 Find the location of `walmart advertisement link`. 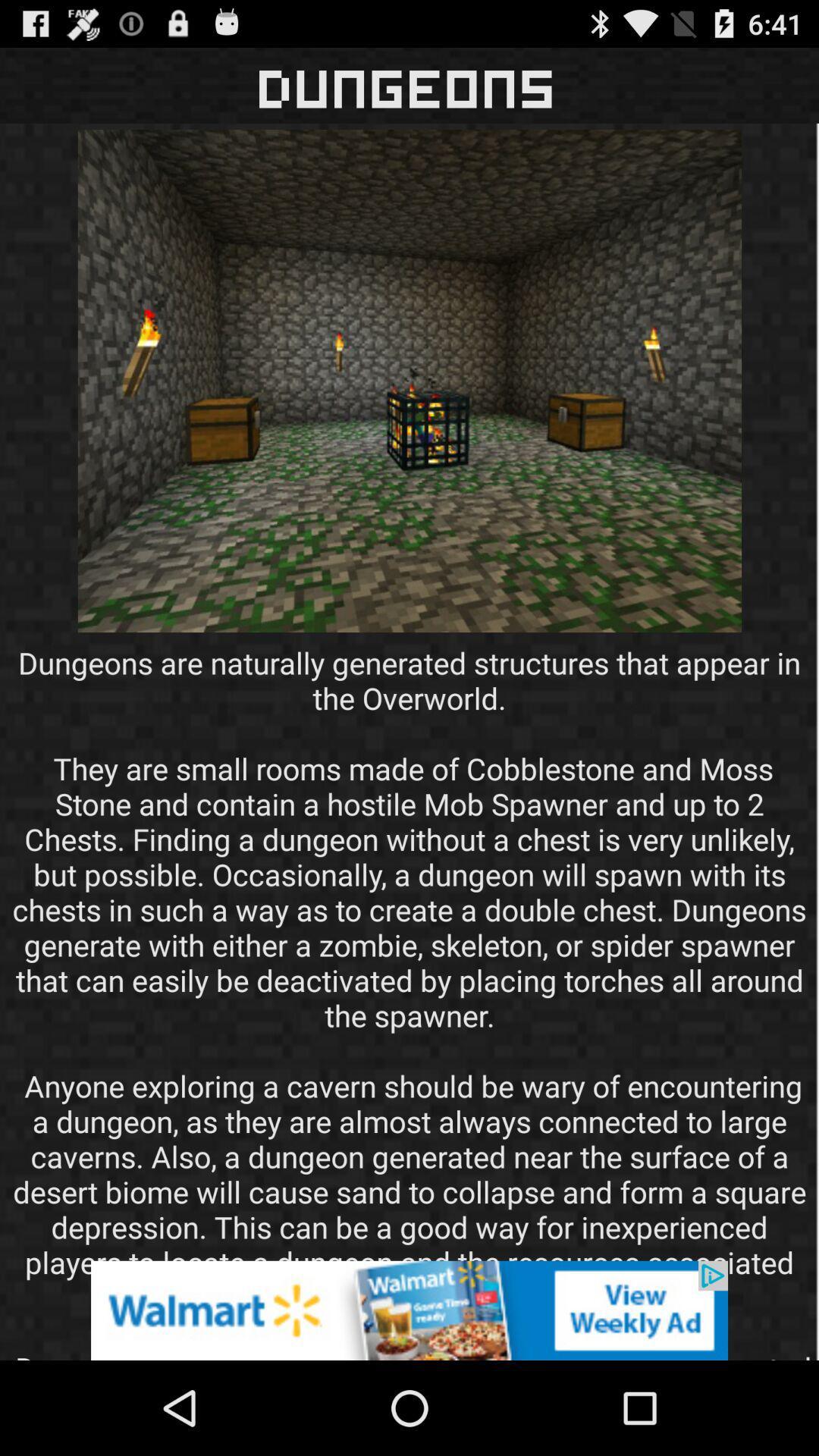

walmart advertisement link is located at coordinates (409, 1310).